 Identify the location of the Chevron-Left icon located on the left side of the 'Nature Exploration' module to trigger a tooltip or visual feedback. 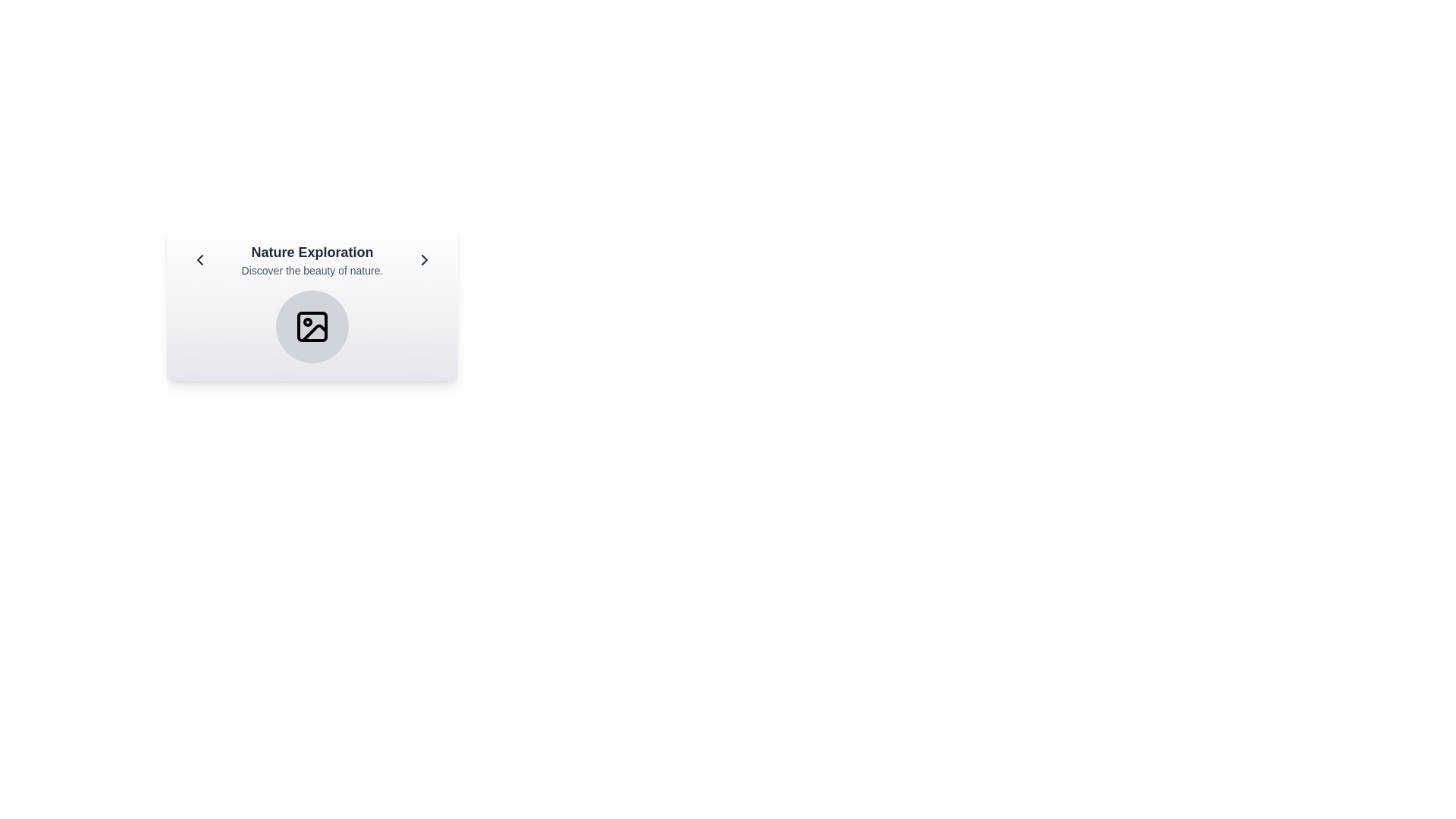
(199, 259).